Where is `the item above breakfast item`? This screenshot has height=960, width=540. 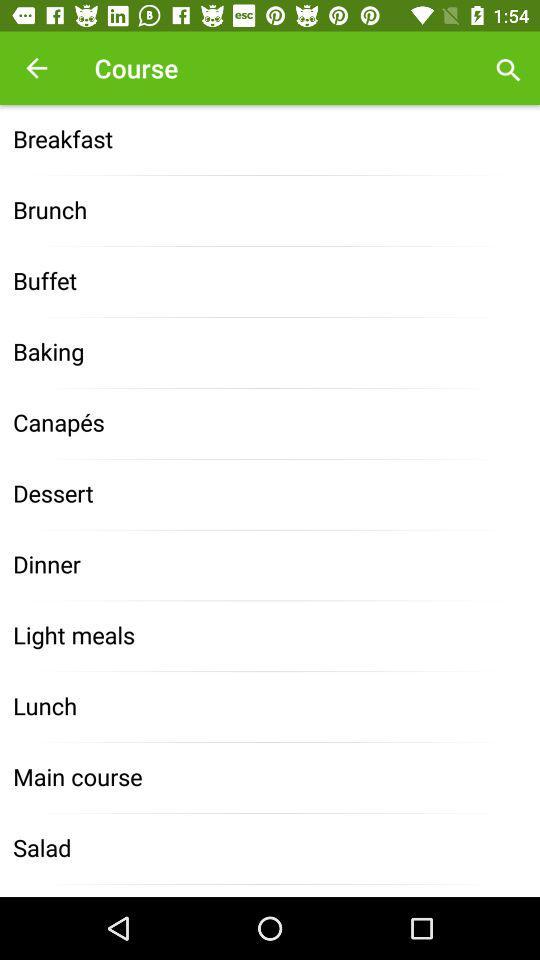 the item above breakfast item is located at coordinates (36, 68).